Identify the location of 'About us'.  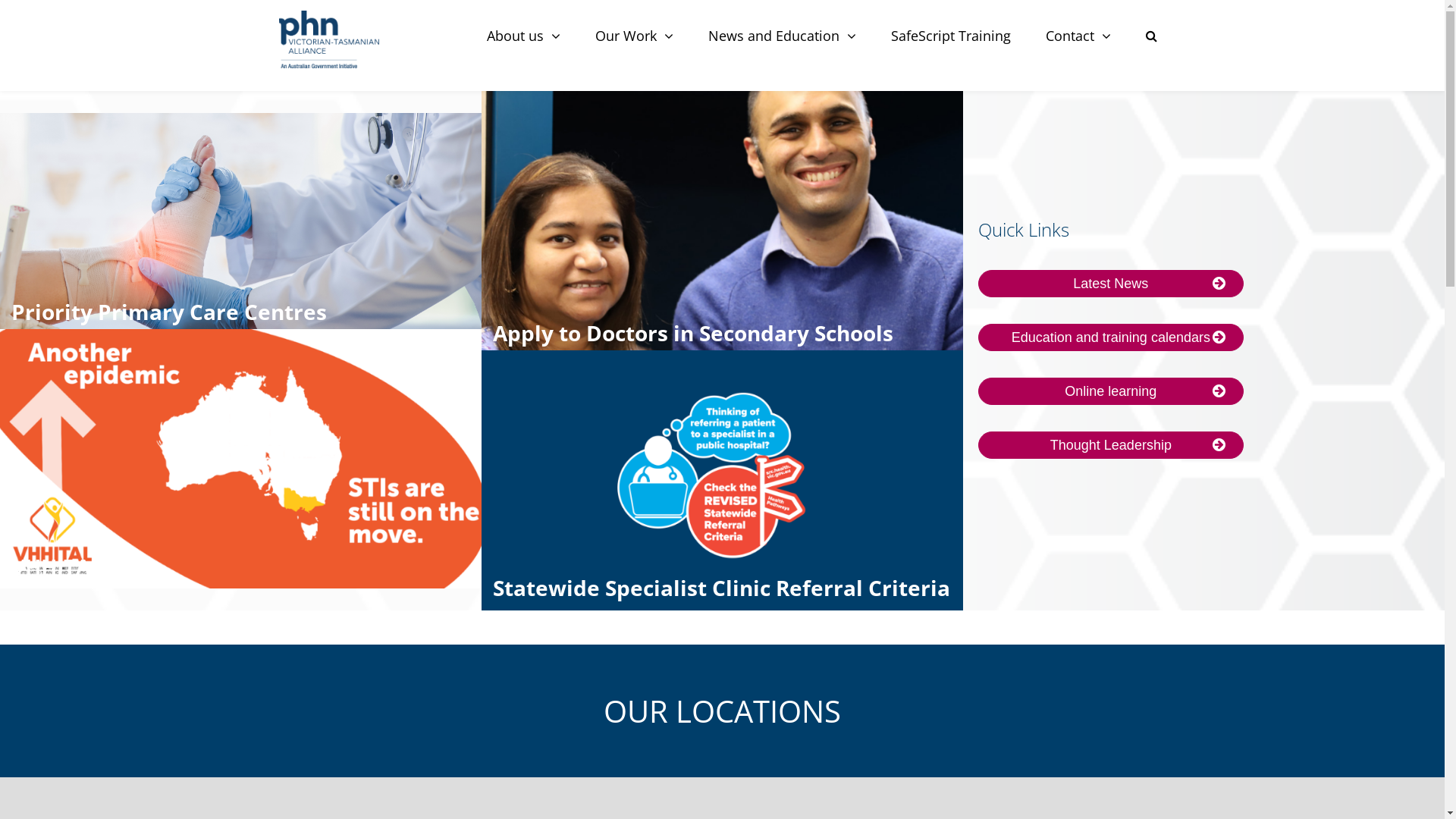
(522, 35).